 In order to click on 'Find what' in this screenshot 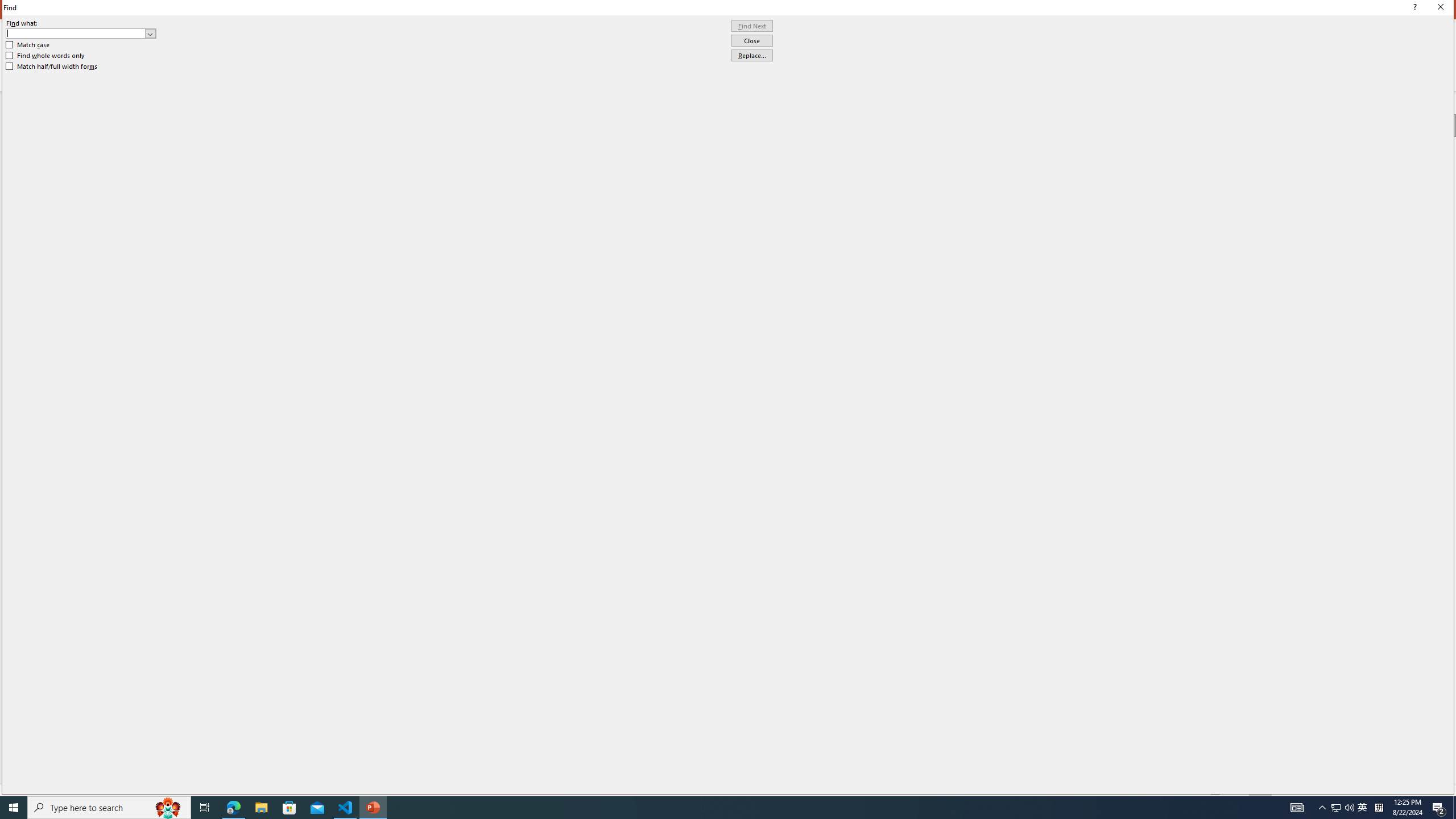, I will do `click(76, 33)`.